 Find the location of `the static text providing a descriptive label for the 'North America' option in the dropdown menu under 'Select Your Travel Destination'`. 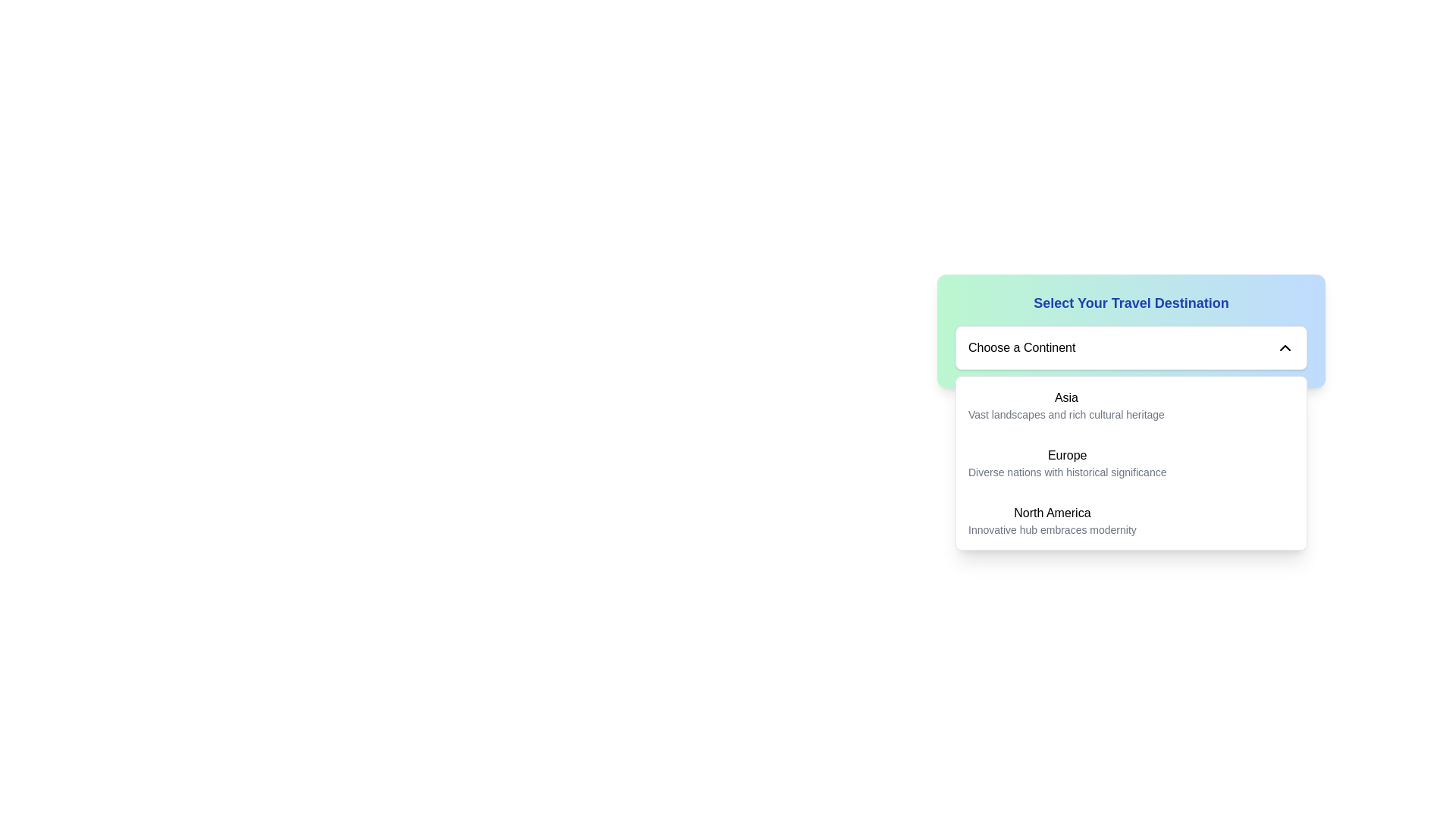

the static text providing a descriptive label for the 'North America' option in the dropdown menu under 'Select Your Travel Destination' is located at coordinates (1051, 529).